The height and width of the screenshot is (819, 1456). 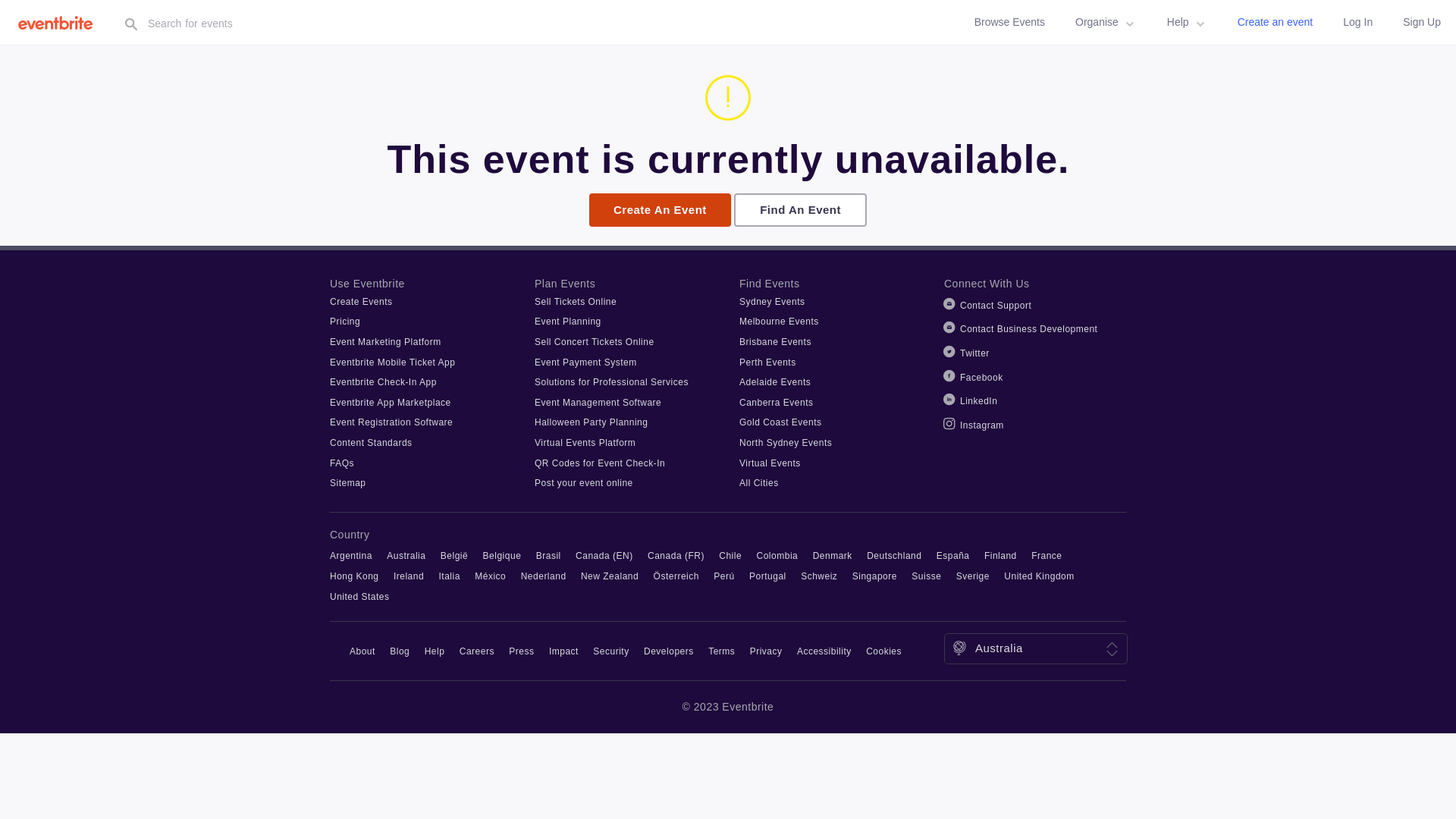 I want to click on 'Halloween Party Planning', so click(x=590, y=422).